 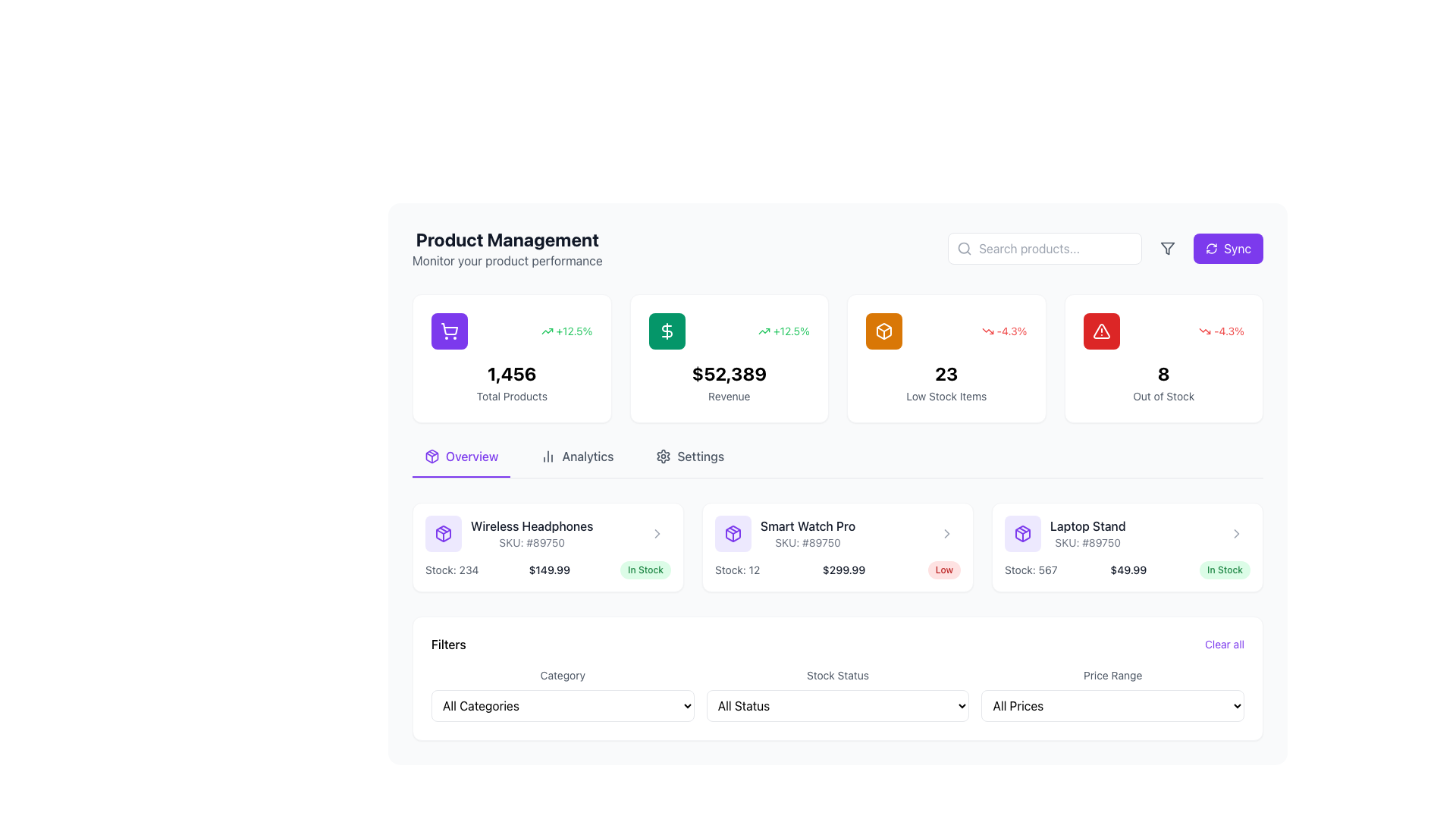 What do you see at coordinates (1043, 247) in the screenshot?
I see `the text input field used for searching products or information` at bounding box center [1043, 247].